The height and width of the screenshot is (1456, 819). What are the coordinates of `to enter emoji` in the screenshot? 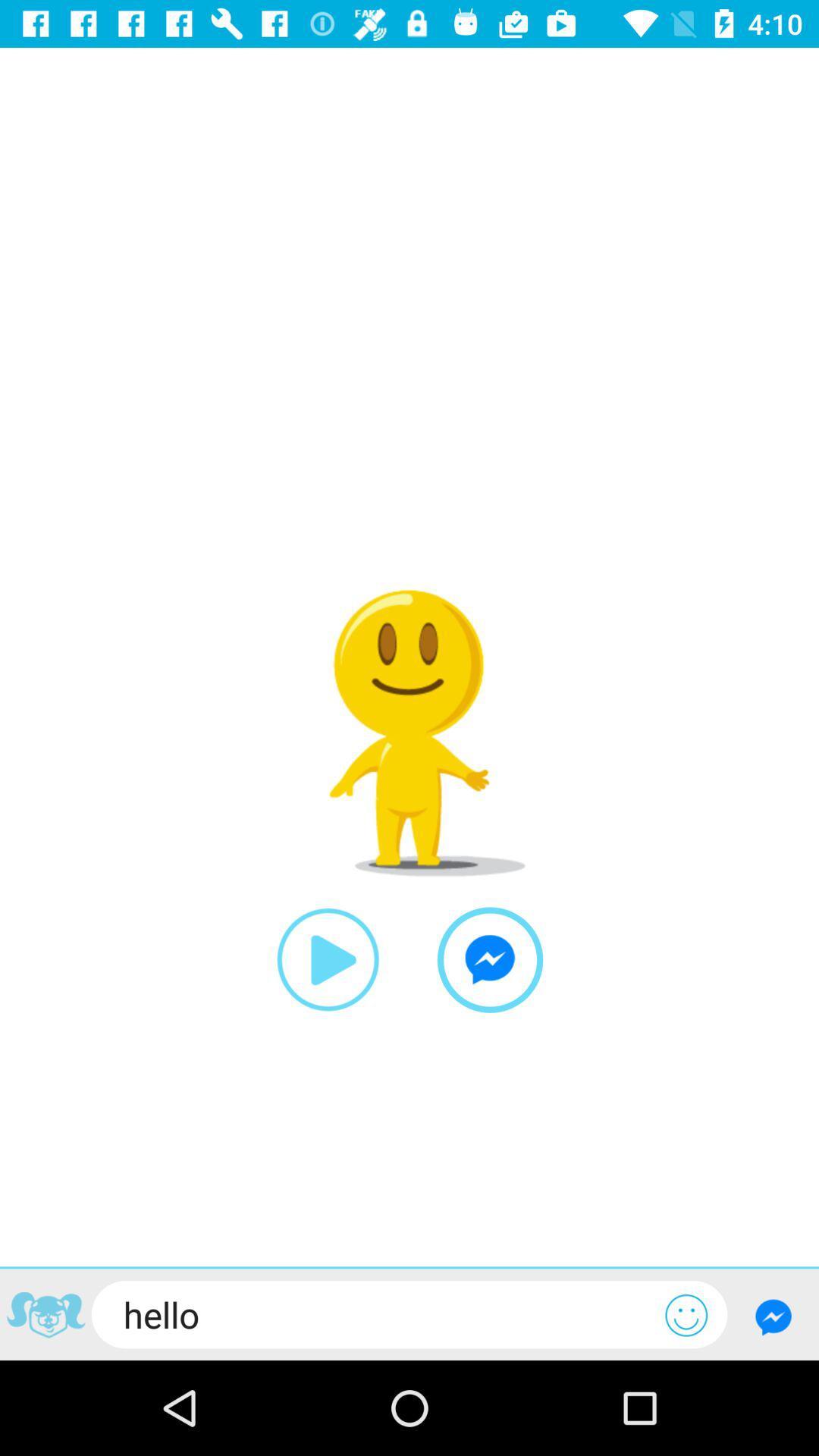 It's located at (686, 1314).